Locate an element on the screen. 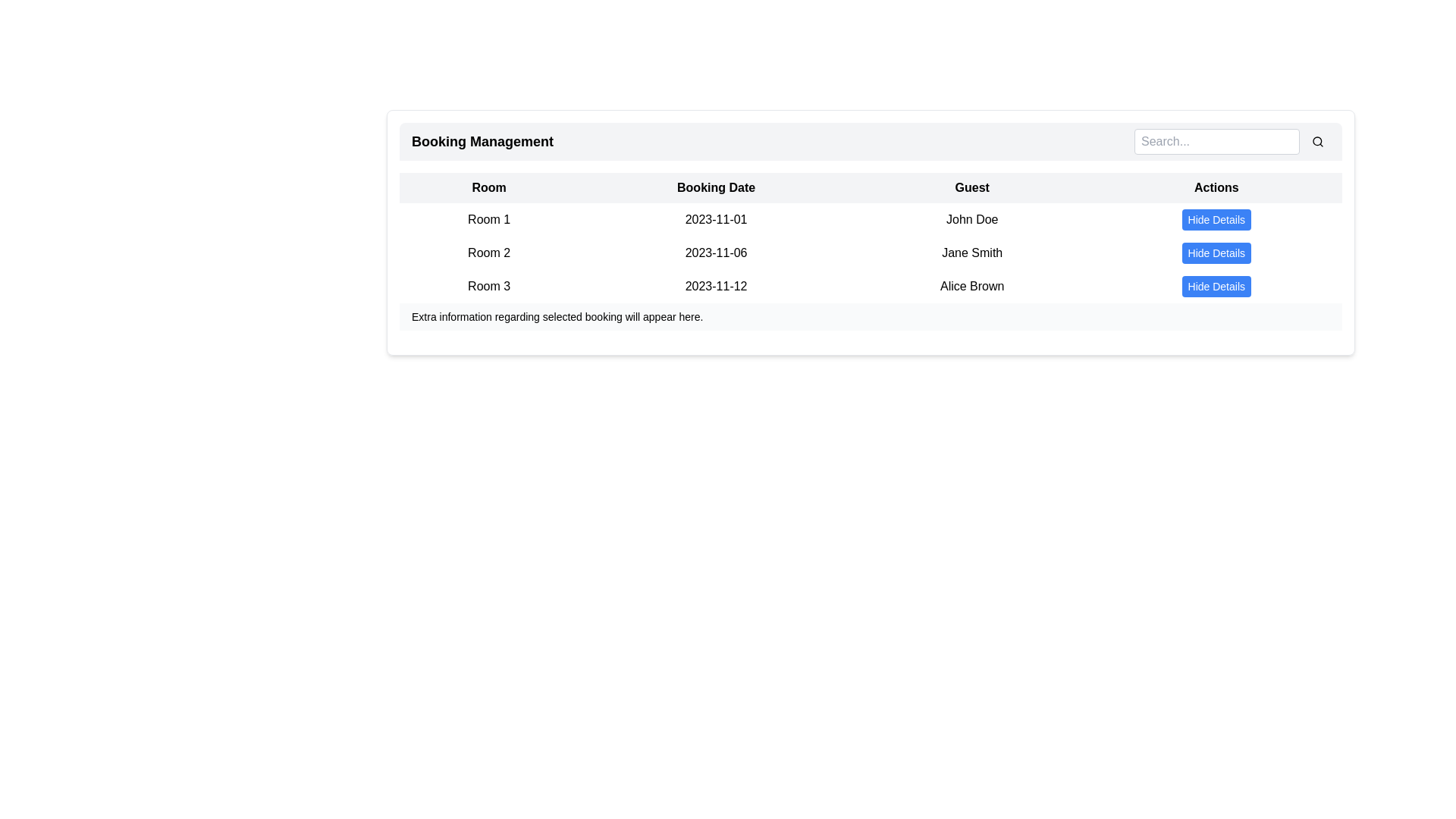  the search button located in the top-right part of the 'Booking Management' section to initiate a search is located at coordinates (1232, 141).